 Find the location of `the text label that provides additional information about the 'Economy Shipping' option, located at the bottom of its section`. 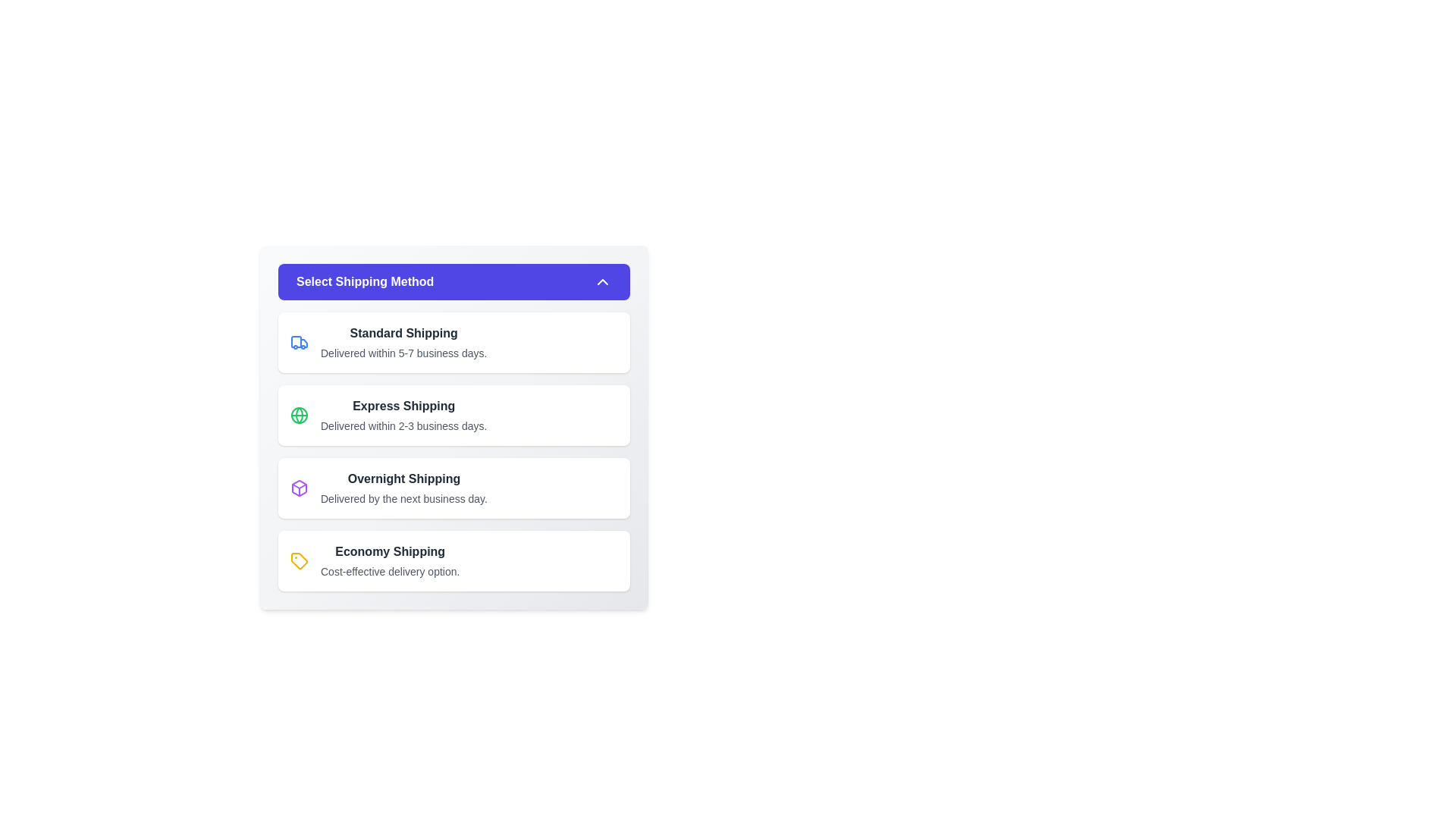

the text label that provides additional information about the 'Economy Shipping' option, located at the bottom of its section is located at coordinates (390, 571).